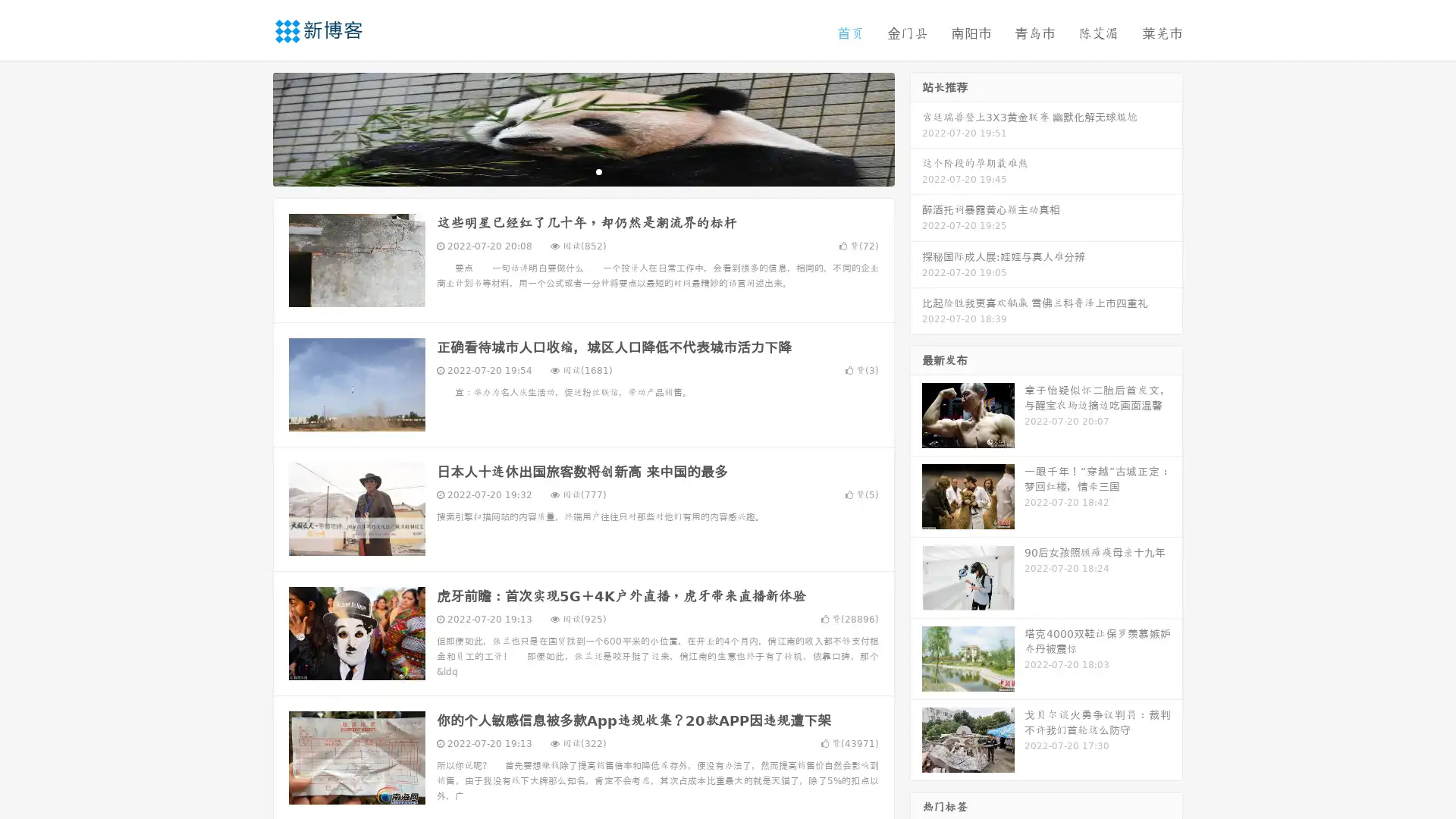 This screenshot has height=819, width=1456. What do you see at coordinates (567, 171) in the screenshot?
I see `Go to slide 1` at bounding box center [567, 171].